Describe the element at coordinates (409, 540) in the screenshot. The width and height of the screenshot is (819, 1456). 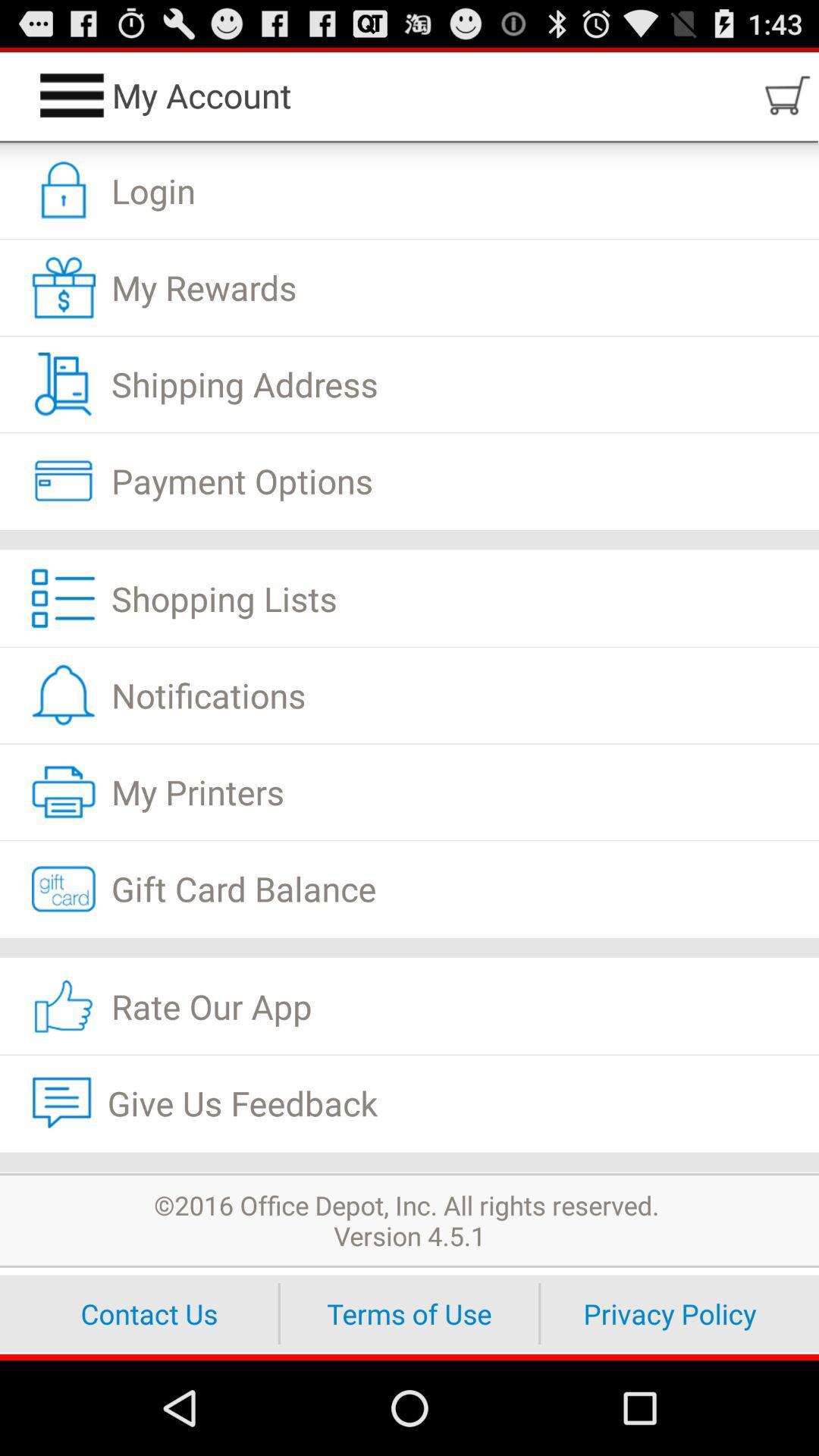
I see `the app above the shopping lists` at that location.